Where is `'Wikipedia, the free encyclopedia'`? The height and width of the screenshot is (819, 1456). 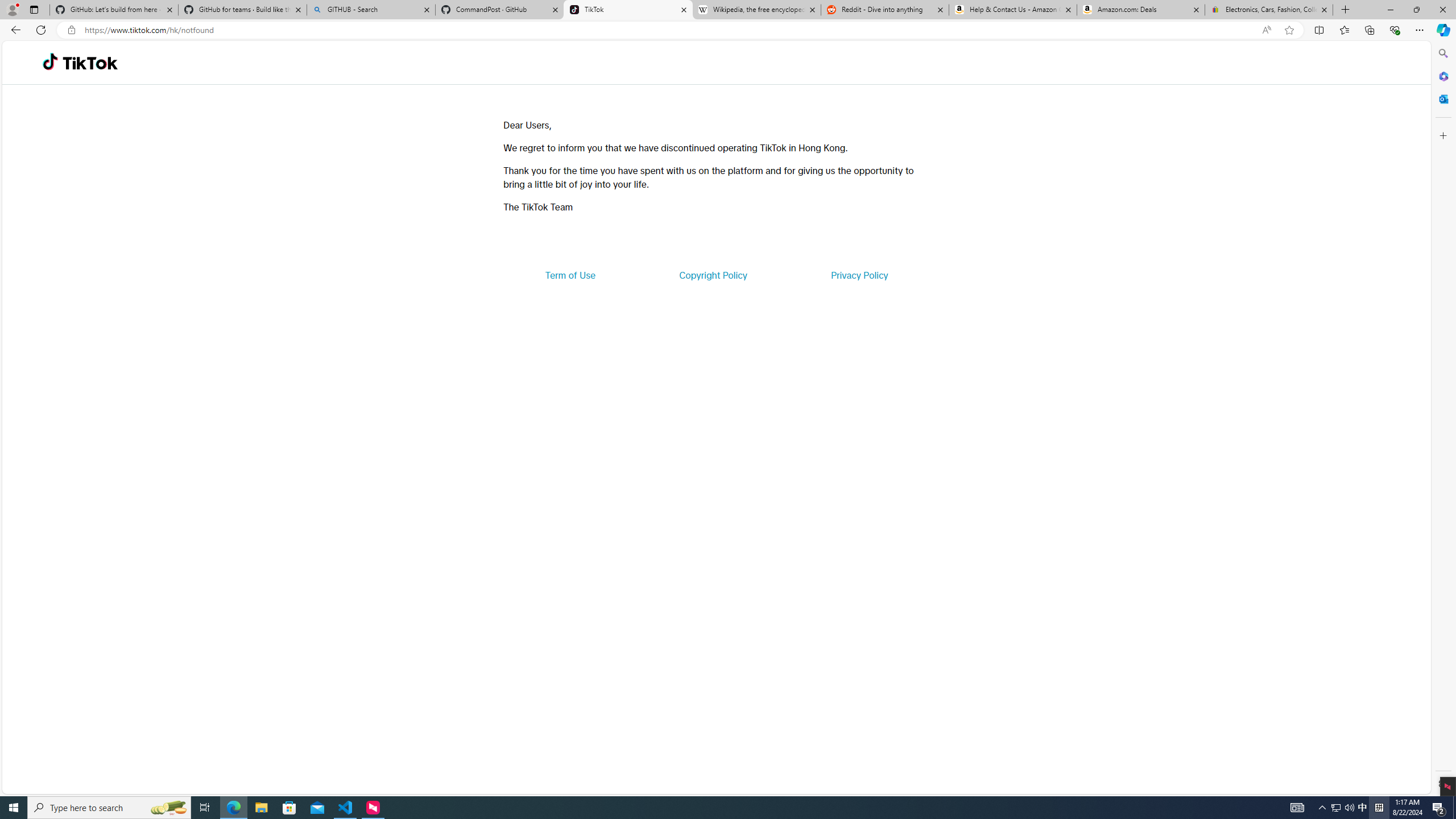
'Wikipedia, the free encyclopedia' is located at coordinates (755, 9).